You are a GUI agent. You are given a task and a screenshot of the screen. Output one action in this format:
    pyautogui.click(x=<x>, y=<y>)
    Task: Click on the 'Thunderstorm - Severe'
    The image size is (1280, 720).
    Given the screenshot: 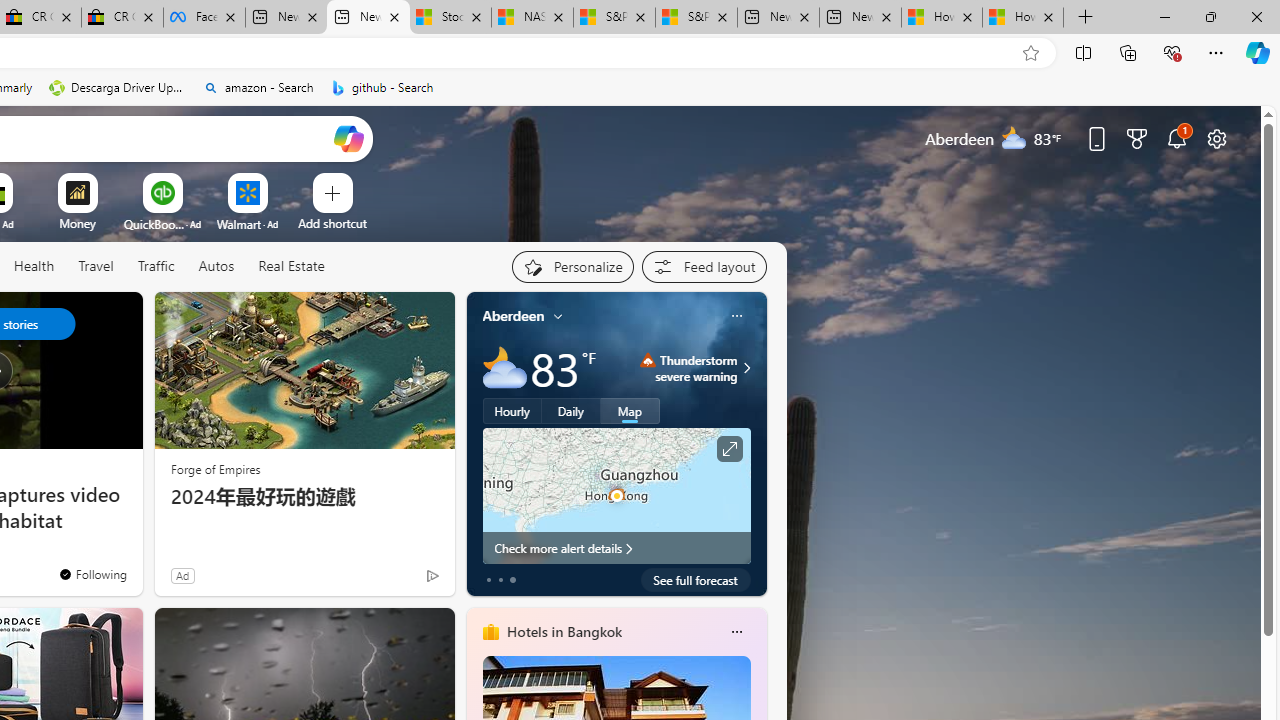 What is the action you would take?
    pyautogui.click(x=648, y=360)
    